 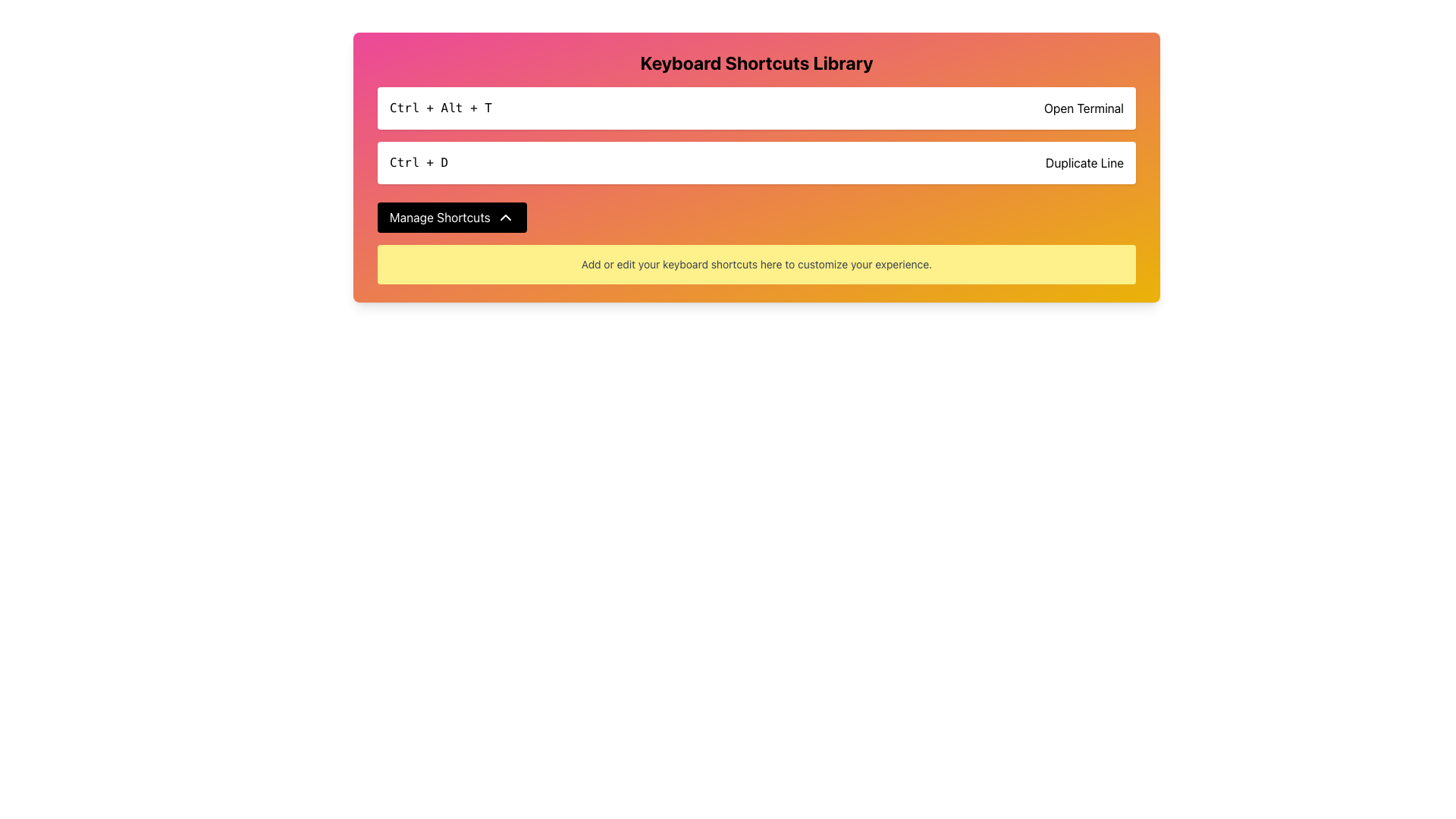 I want to click on the button or clickable label that opens the terminal, located at the top-right corner of the interface, displaying 'Ctrl + Alt + T', so click(x=1083, y=107).